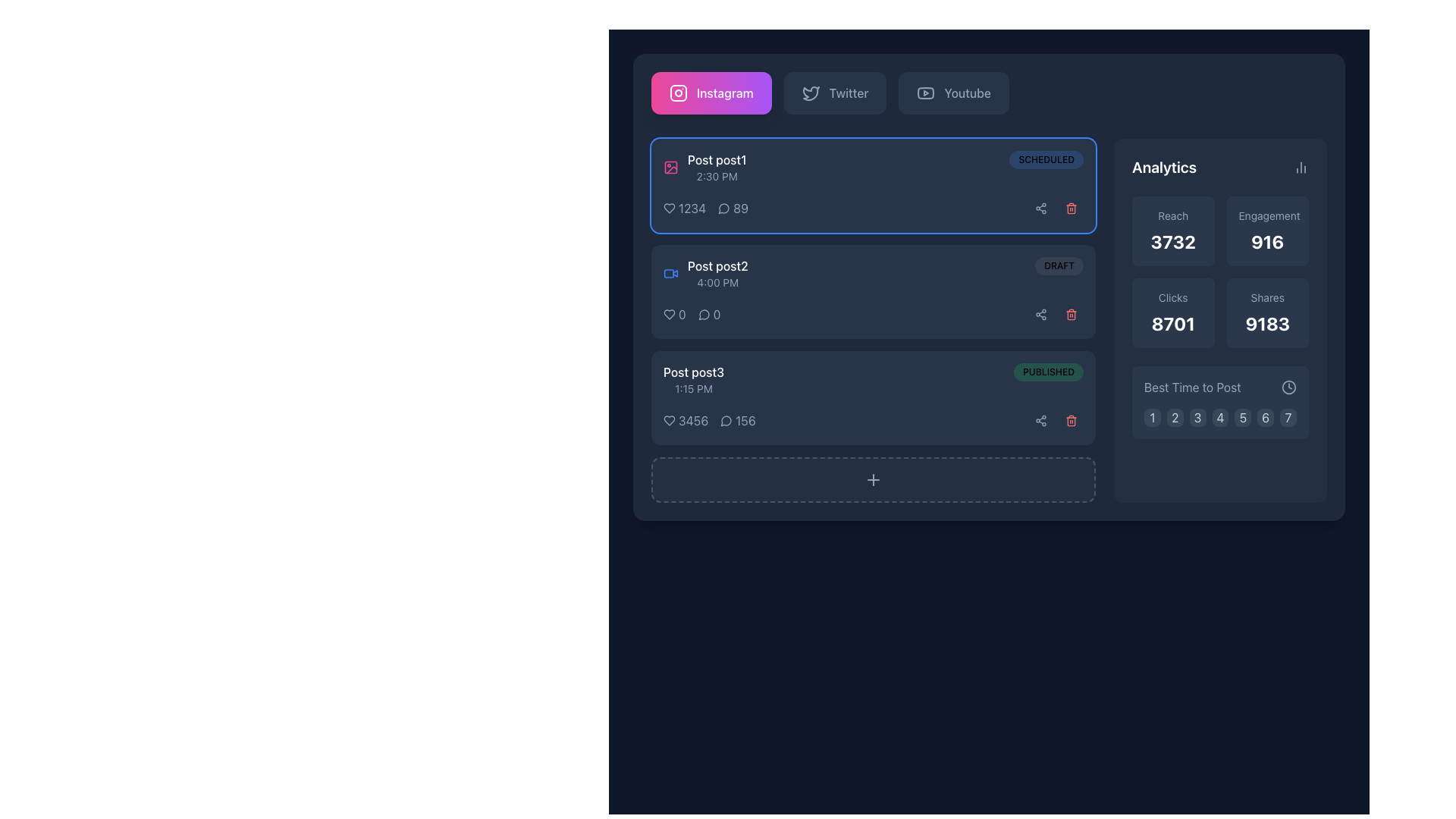 This screenshot has width=1456, height=819. Describe the element at coordinates (717, 283) in the screenshot. I see `the text label displaying '4:00 PM', which is styled in light slate-gray and positioned below 'Post post2' in the second post of a vertical list` at that location.